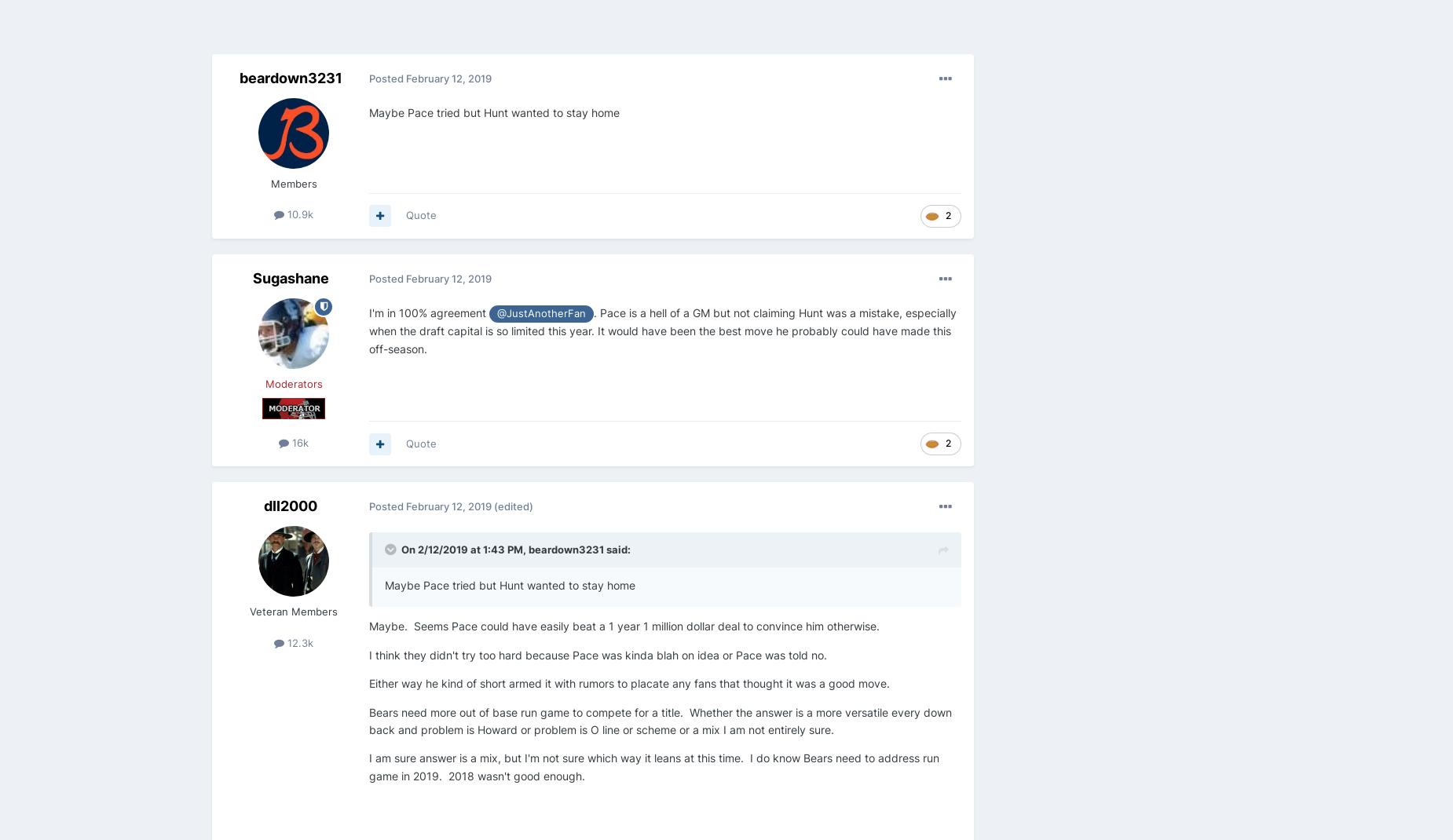 The width and height of the screenshot is (1453, 840). Describe the element at coordinates (292, 182) in the screenshot. I see `'Members'` at that location.